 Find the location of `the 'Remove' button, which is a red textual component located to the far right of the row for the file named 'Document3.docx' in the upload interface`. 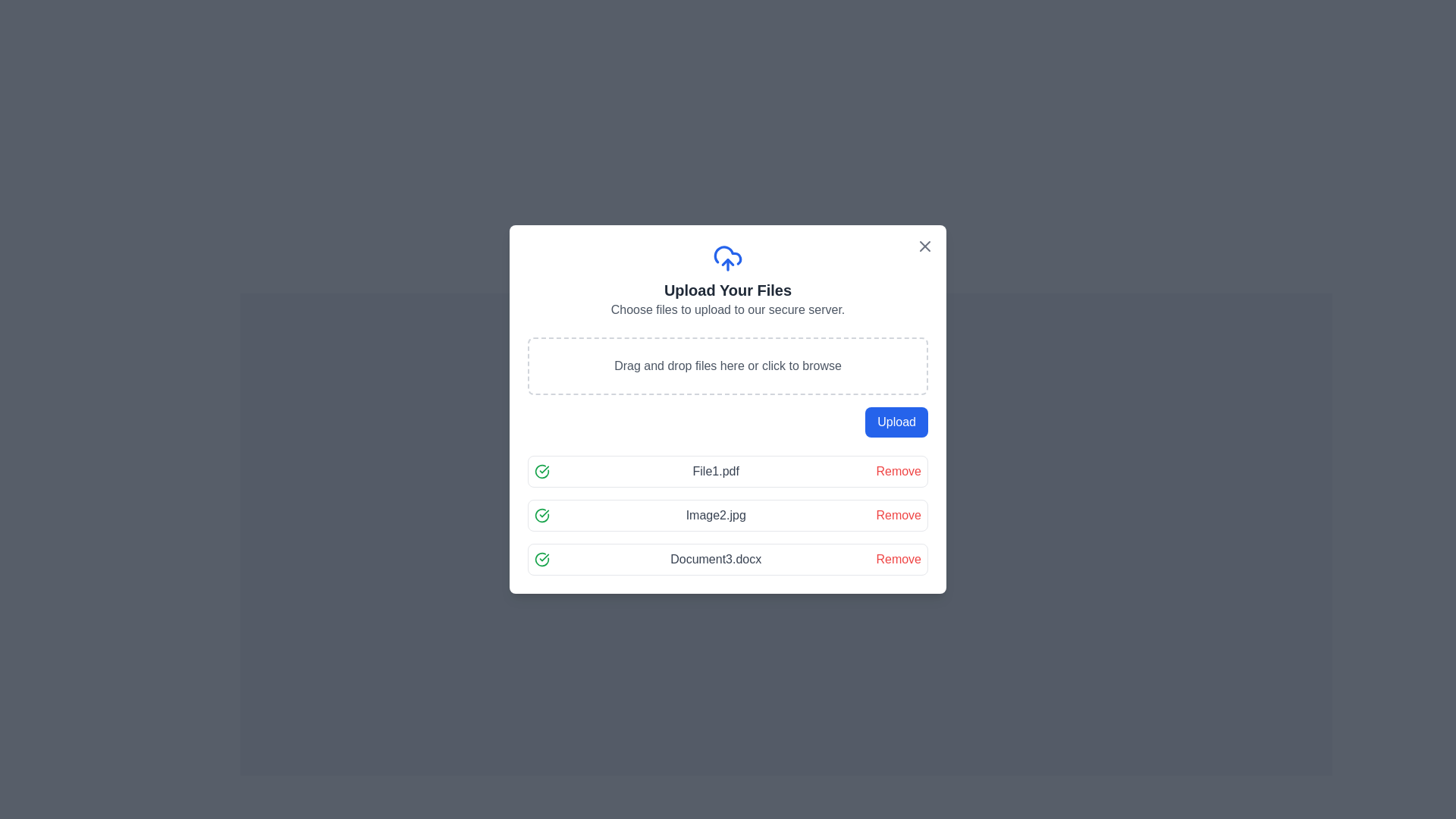

the 'Remove' button, which is a red textual component located to the far right of the row for the file named 'Document3.docx' in the upload interface is located at coordinates (899, 559).